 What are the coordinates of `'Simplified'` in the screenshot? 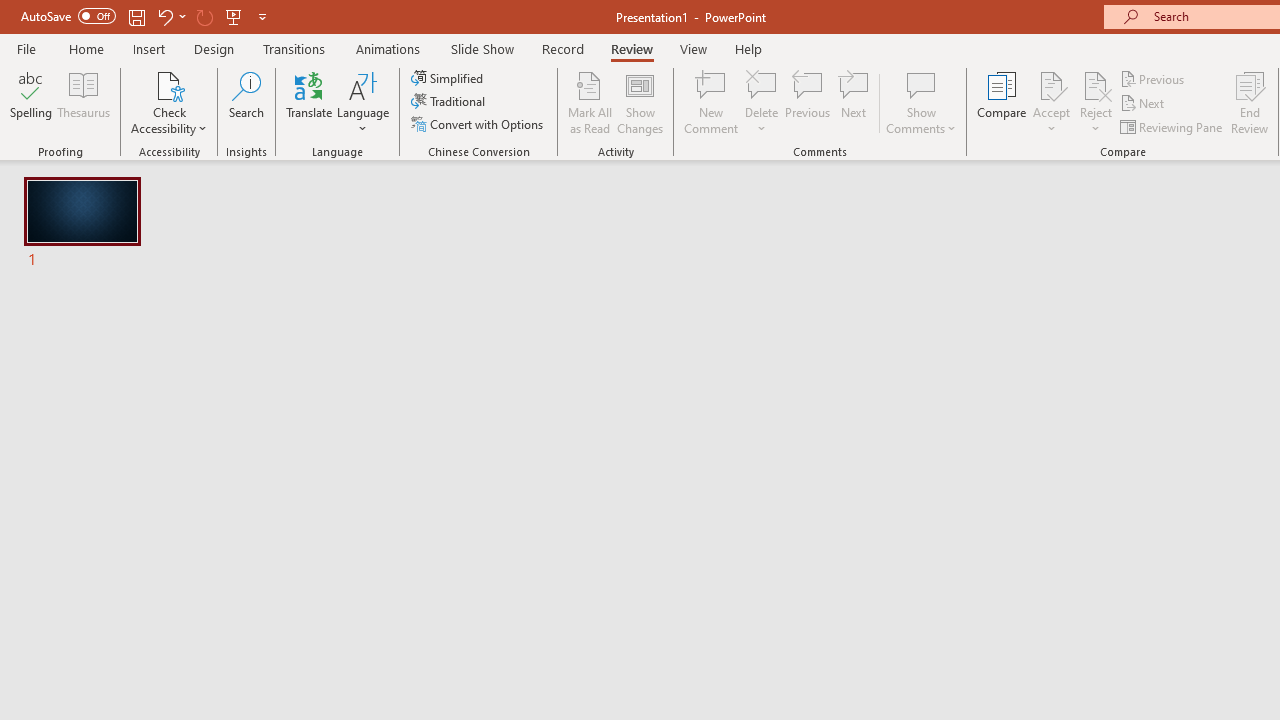 It's located at (448, 77).